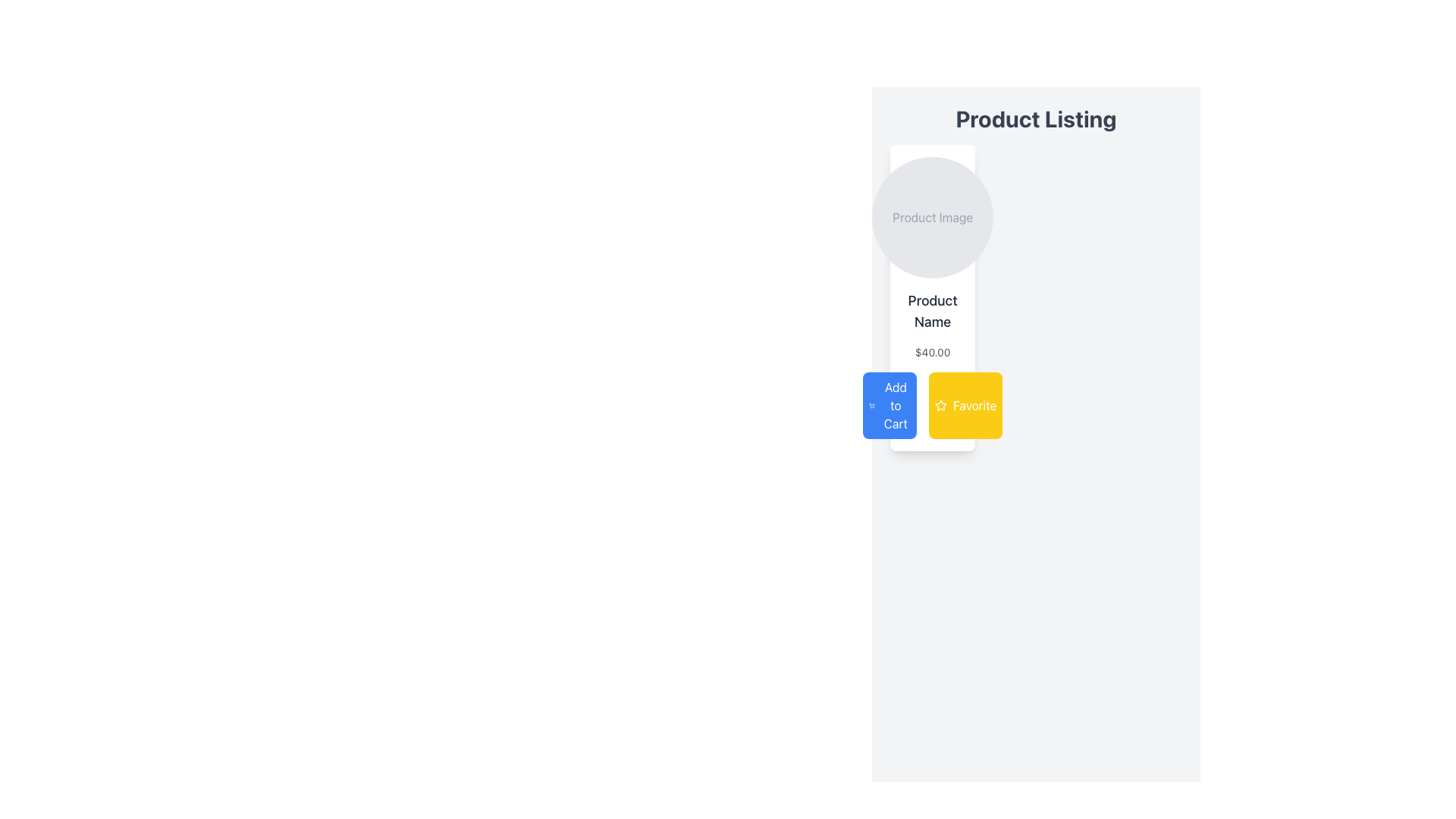  What do you see at coordinates (932, 298) in the screenshot?
I see `the first product display card in the grid layout under 'Product Listing'` at bounding box center [932, 298].